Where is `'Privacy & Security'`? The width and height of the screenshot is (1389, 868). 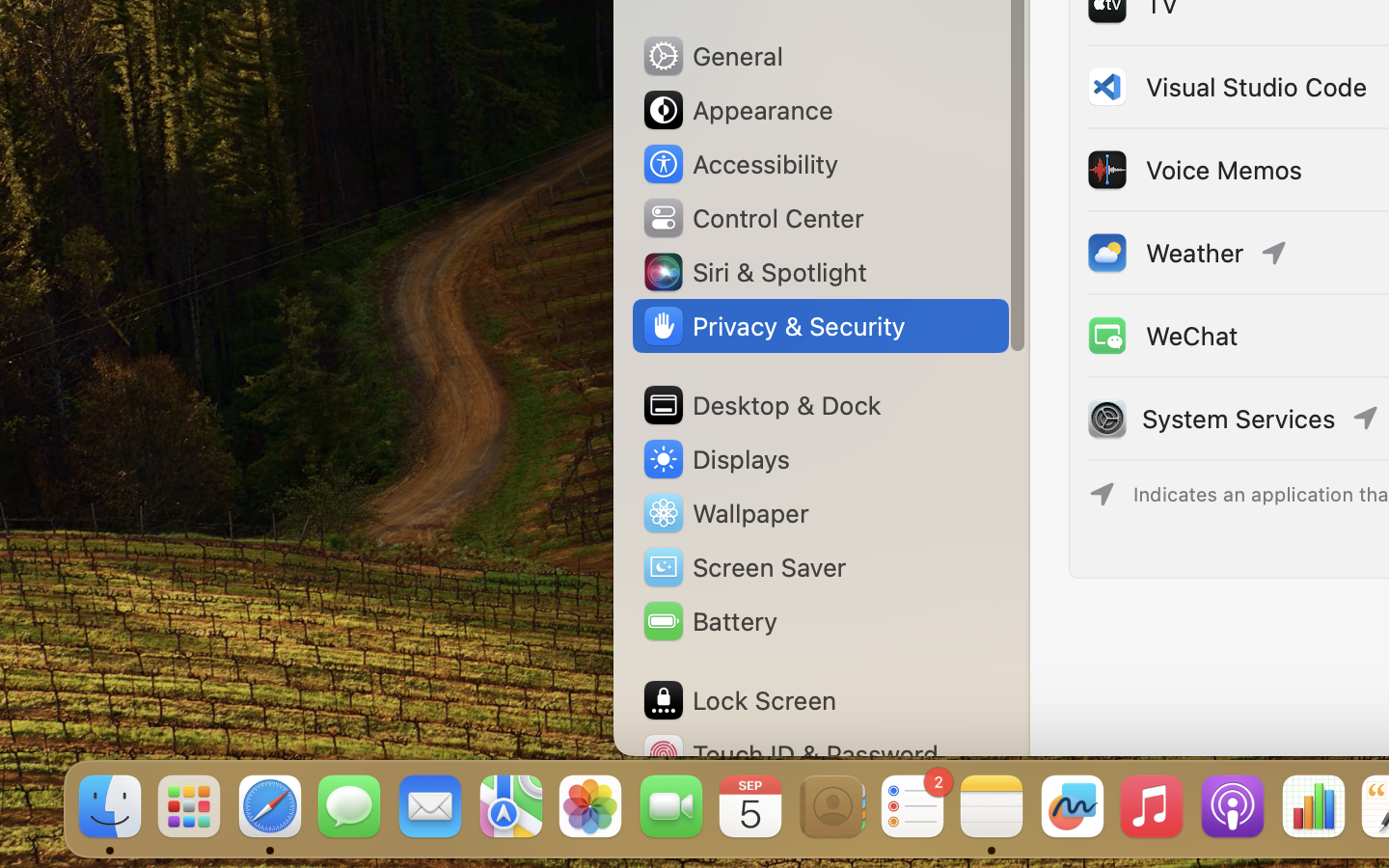
'Privacy & Security' is located at coordinates (773, 326).